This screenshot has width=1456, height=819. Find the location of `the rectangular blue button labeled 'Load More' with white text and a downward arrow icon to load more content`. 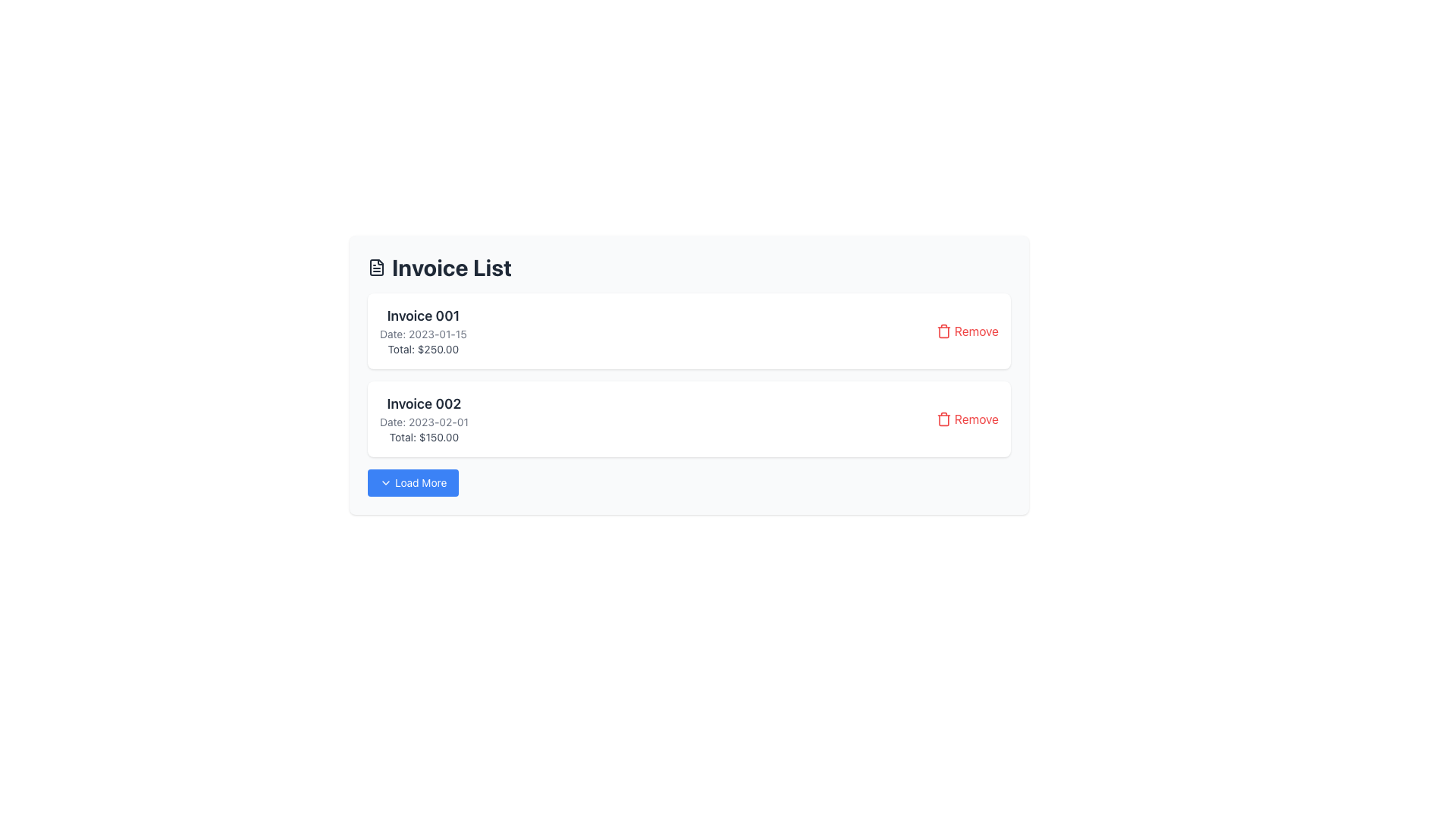

the rectangular blue button labeled 'Load More' with white text and a downward arrow icon to load more content is located at coordinates (413, 482).